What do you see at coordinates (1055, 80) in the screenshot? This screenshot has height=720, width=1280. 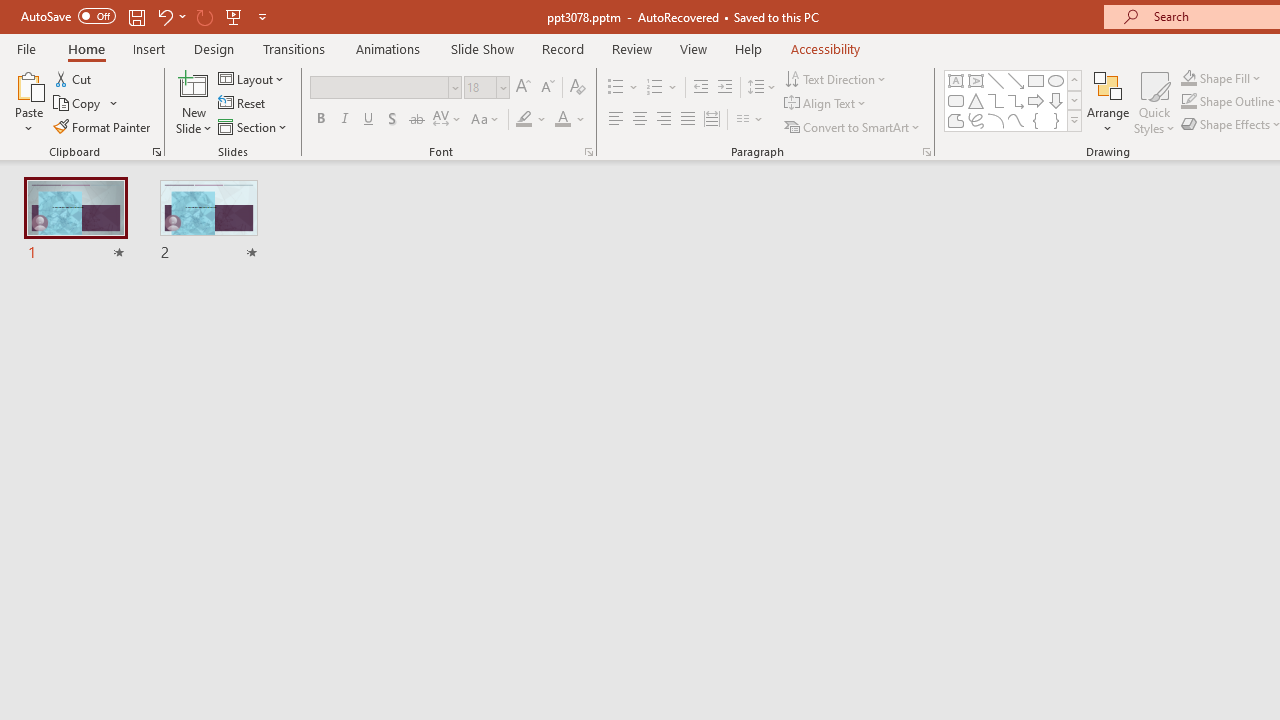 I see `'Oval'` at bounding box center [1055, 80].